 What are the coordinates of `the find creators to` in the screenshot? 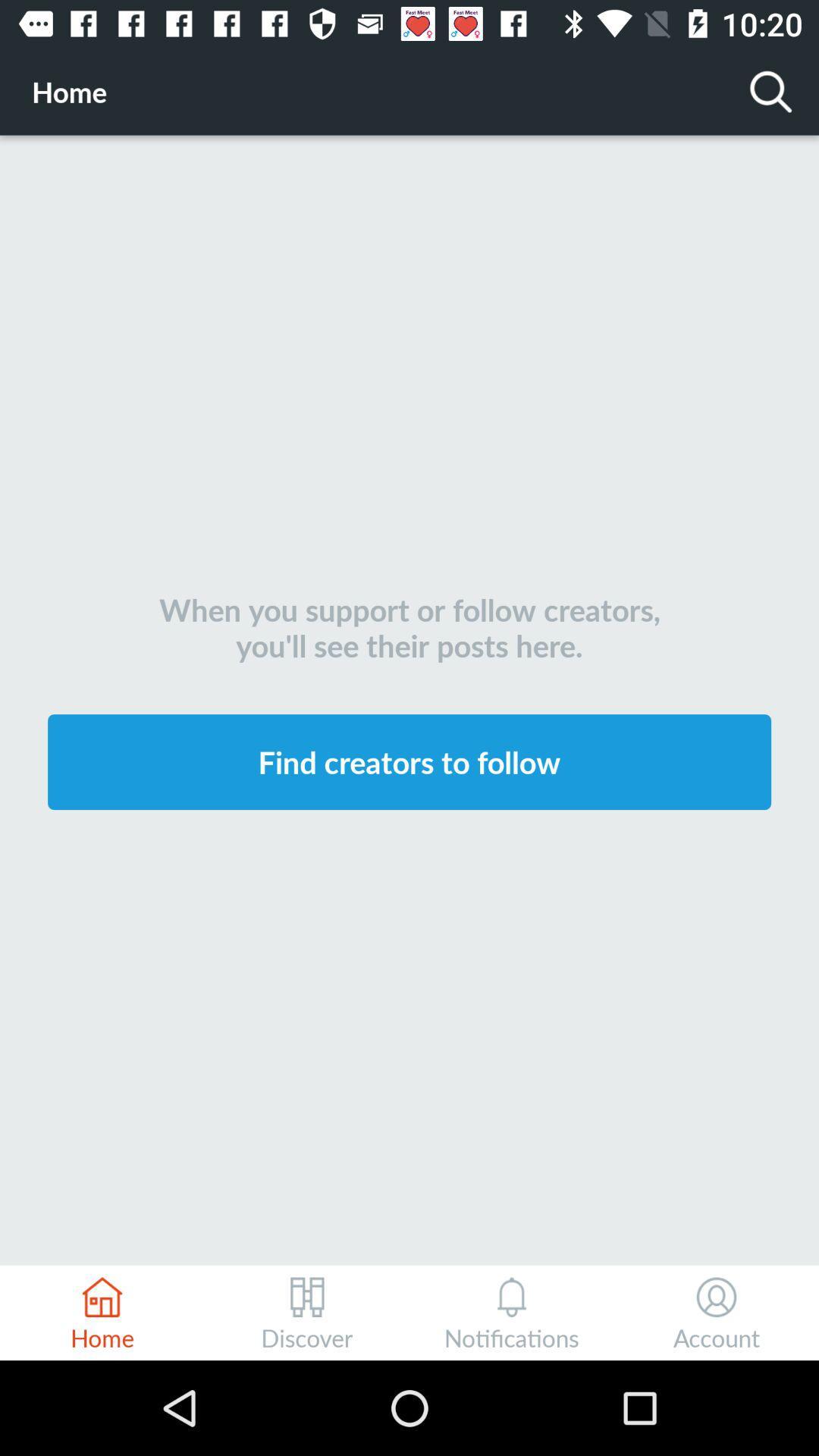 It's located at (409, 761).